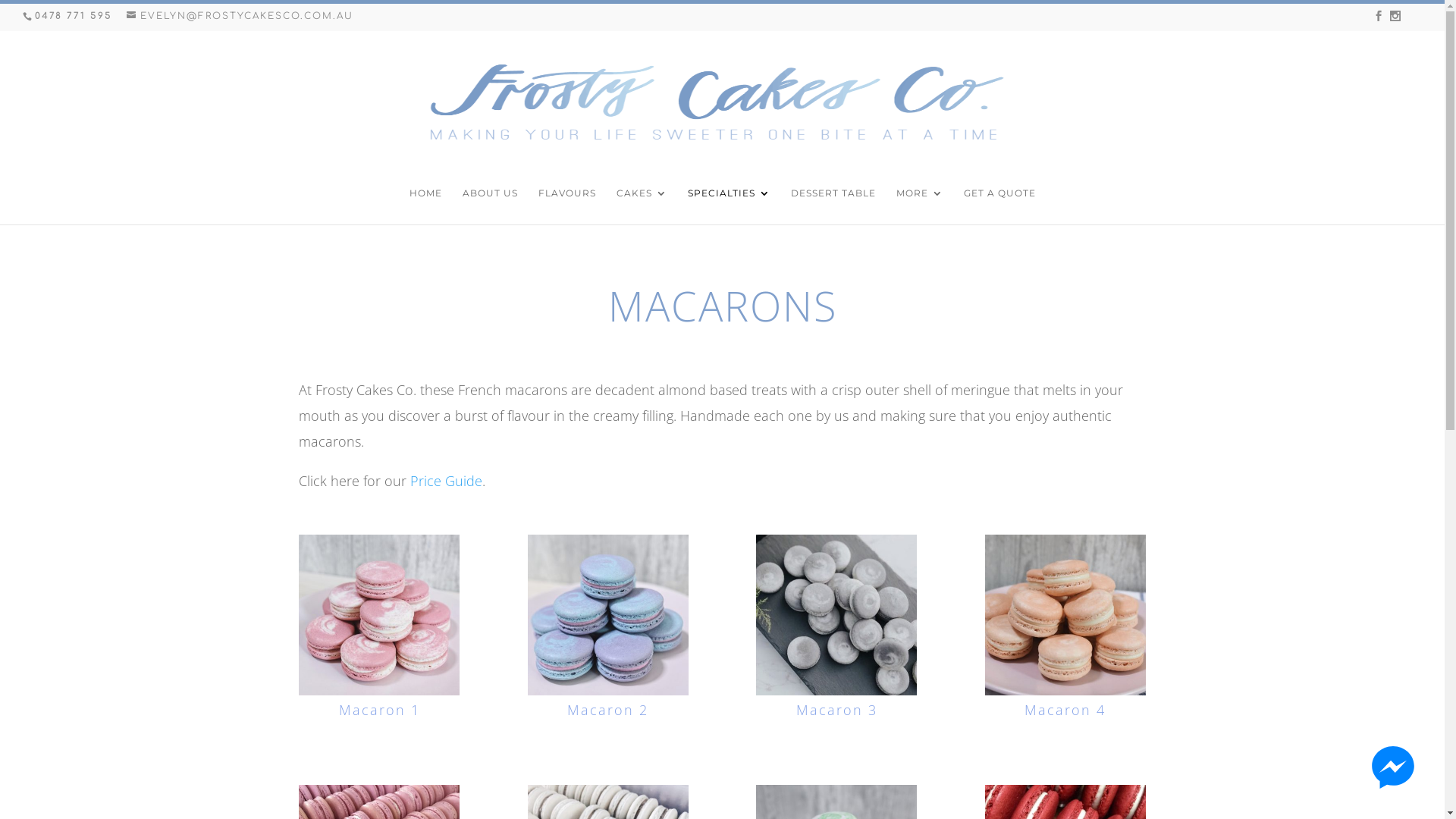 Image resolution: width=1456 pixels, height=819 pixels. What do you see at coordinates (896, 206) in the screenshot?
I see `'MORE'` at bounding box center [896, 206].